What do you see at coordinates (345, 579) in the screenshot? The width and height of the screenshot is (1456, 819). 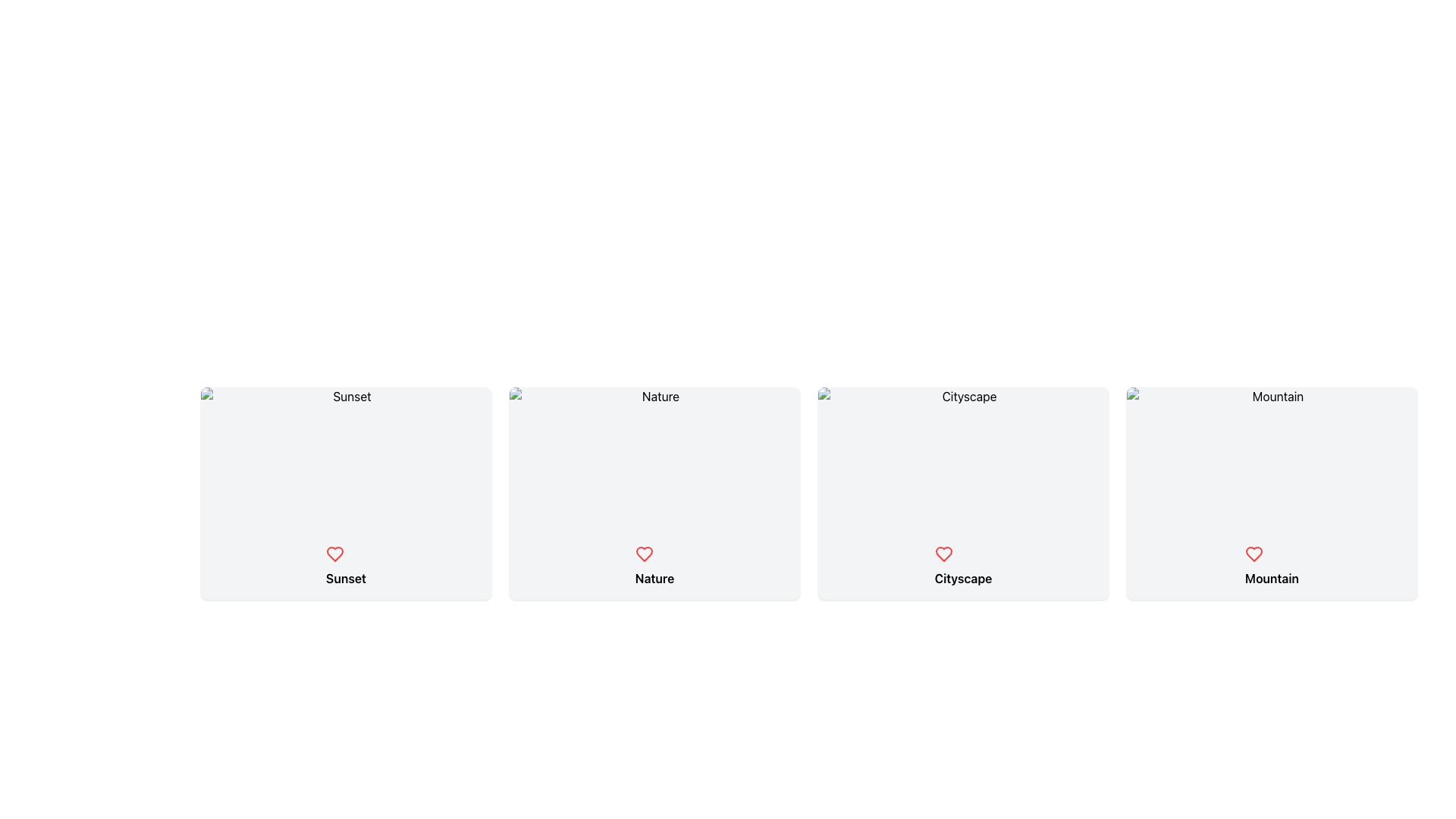 I see `the text label that reads 'Sunset'` at bounding box center [345, 579].